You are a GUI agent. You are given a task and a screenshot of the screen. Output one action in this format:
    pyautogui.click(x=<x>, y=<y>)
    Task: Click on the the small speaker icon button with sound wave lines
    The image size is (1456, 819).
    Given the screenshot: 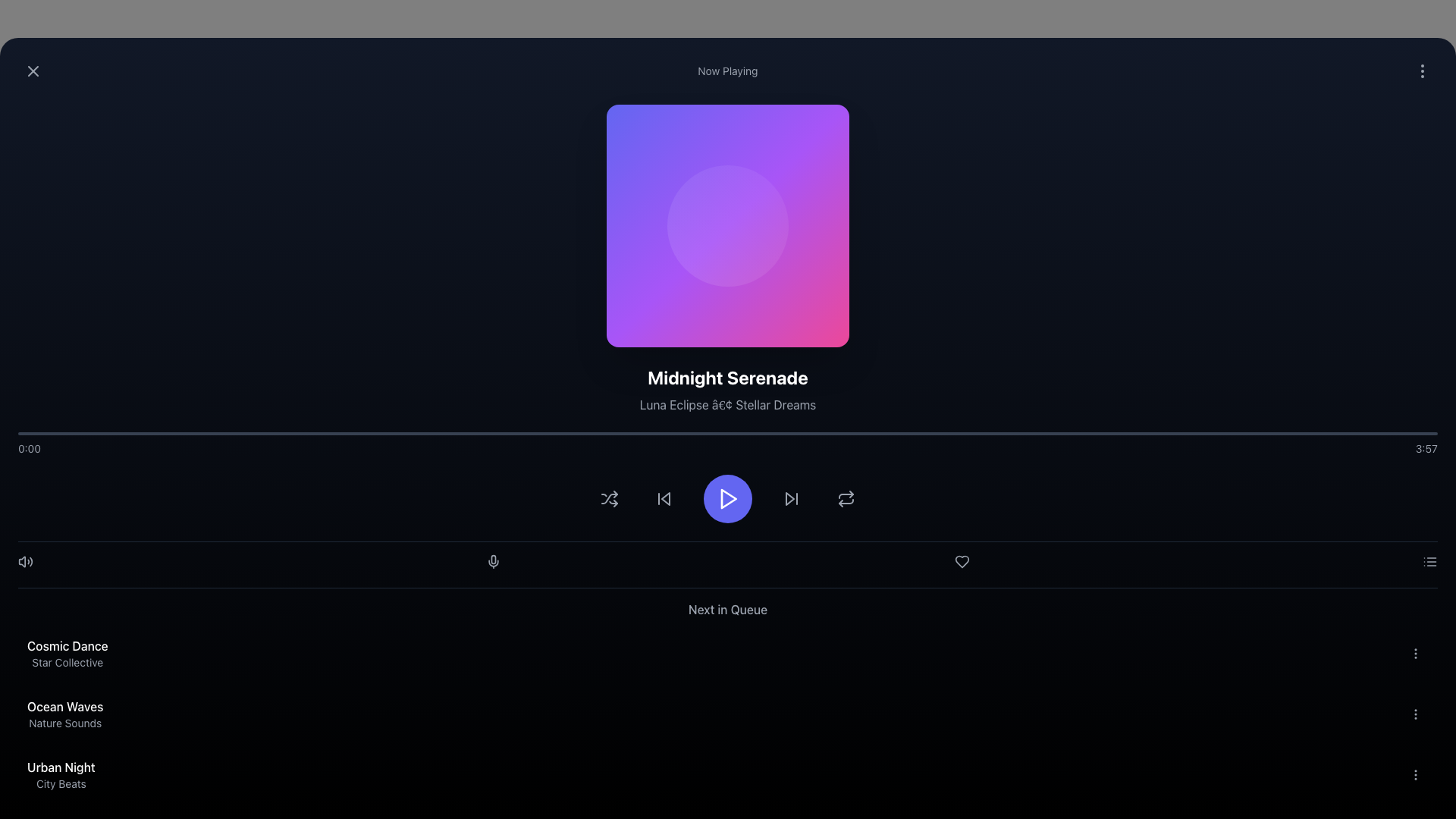 What is the action you would take?
    pyautogui.click(x=25, y=561)
    